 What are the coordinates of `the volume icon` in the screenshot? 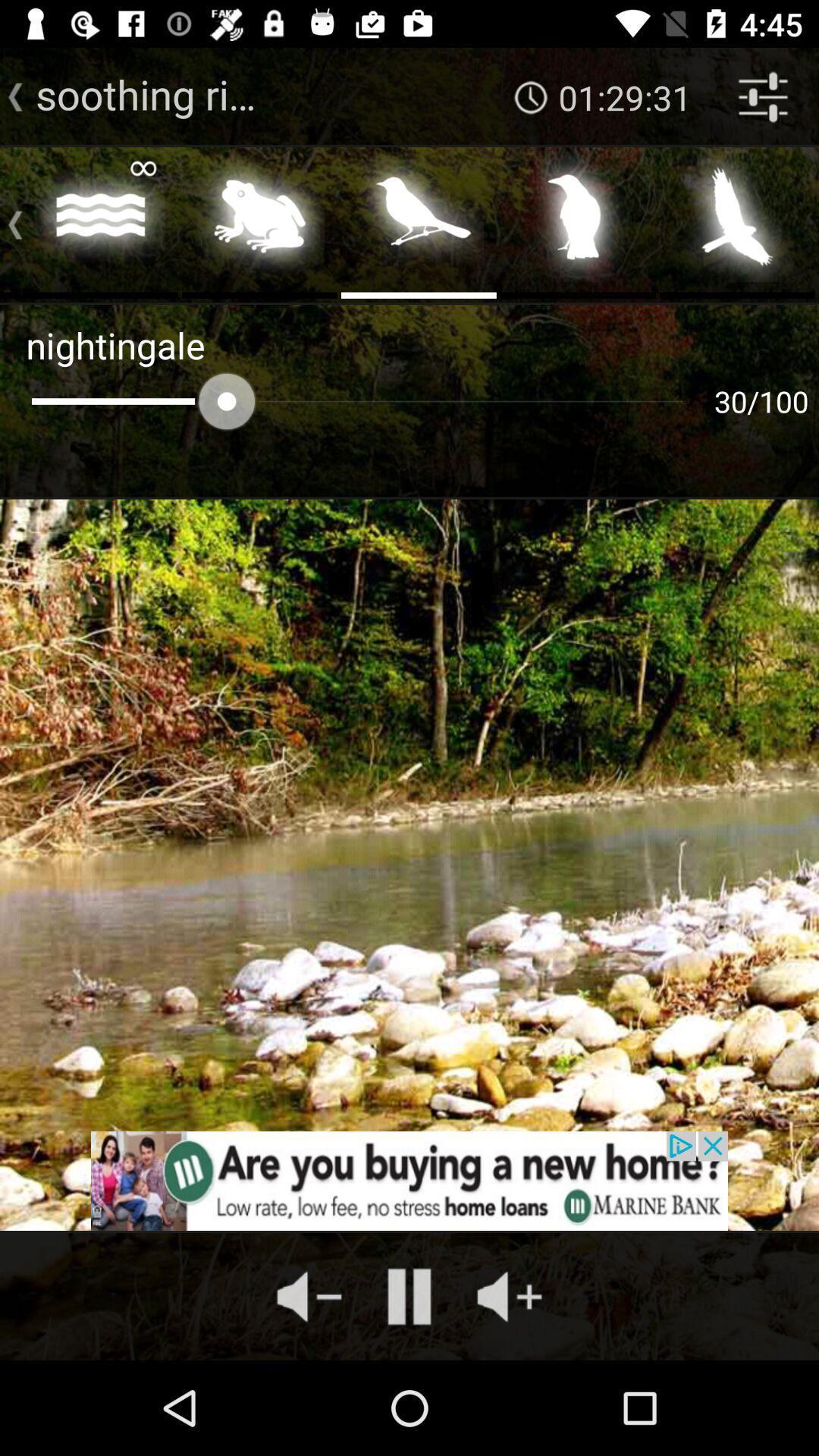 It's located at (309, 1295).